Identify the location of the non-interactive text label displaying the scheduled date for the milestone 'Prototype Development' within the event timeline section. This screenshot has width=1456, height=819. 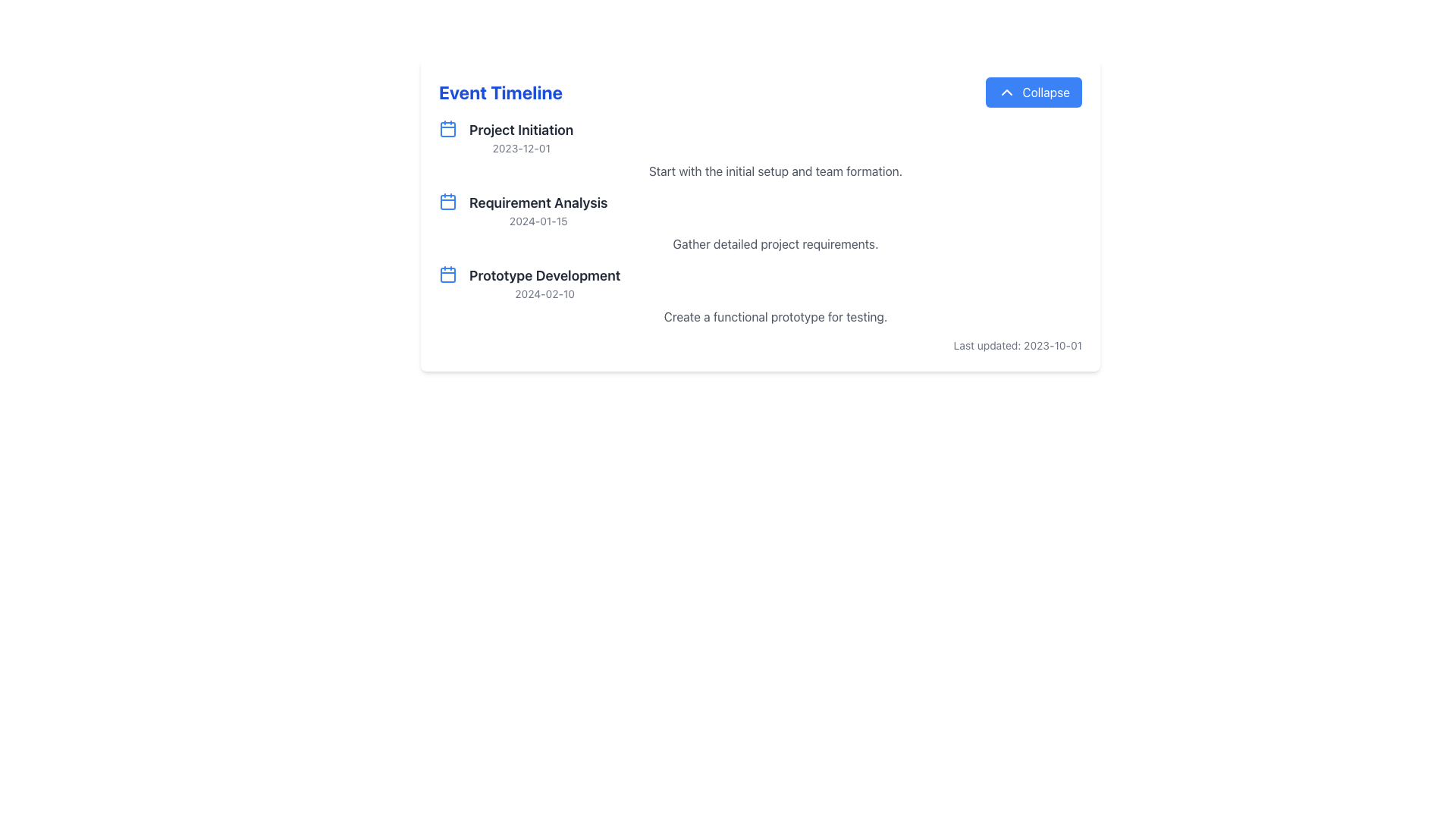
(544, 294).